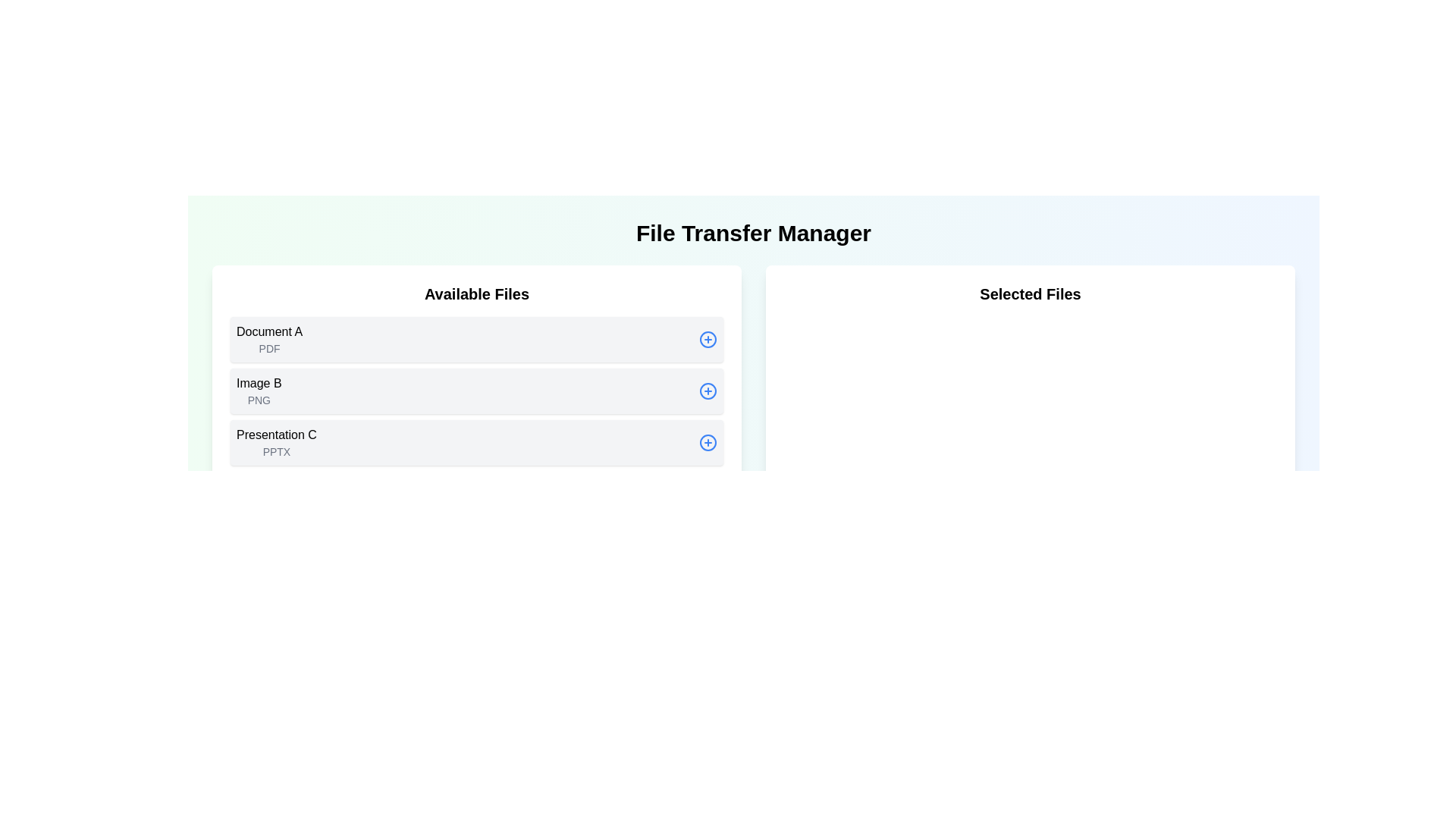 This screenshot has width=1456, height=819. I want to click on the Text Label that identifies a file entry in the second row of the 'Available Files' column, located above 'PNG' and below 'Document A', so click(259, 382).